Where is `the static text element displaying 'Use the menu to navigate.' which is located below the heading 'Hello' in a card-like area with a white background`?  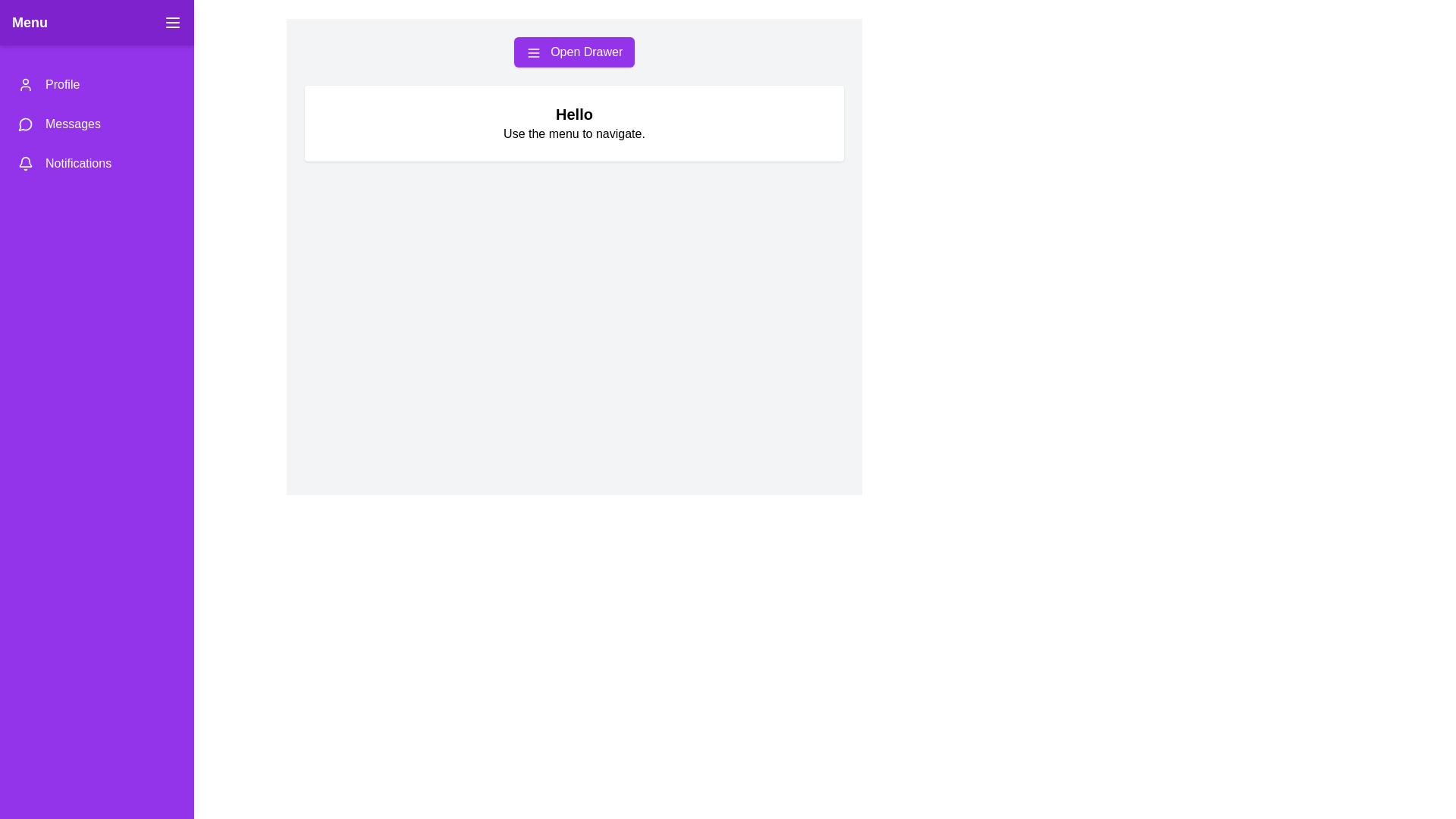 the static text element displaying 'Use the menu to navigate.' which is located below the heading 'Hello' in a card-like area with a white background is located at coordinates (573, 133).